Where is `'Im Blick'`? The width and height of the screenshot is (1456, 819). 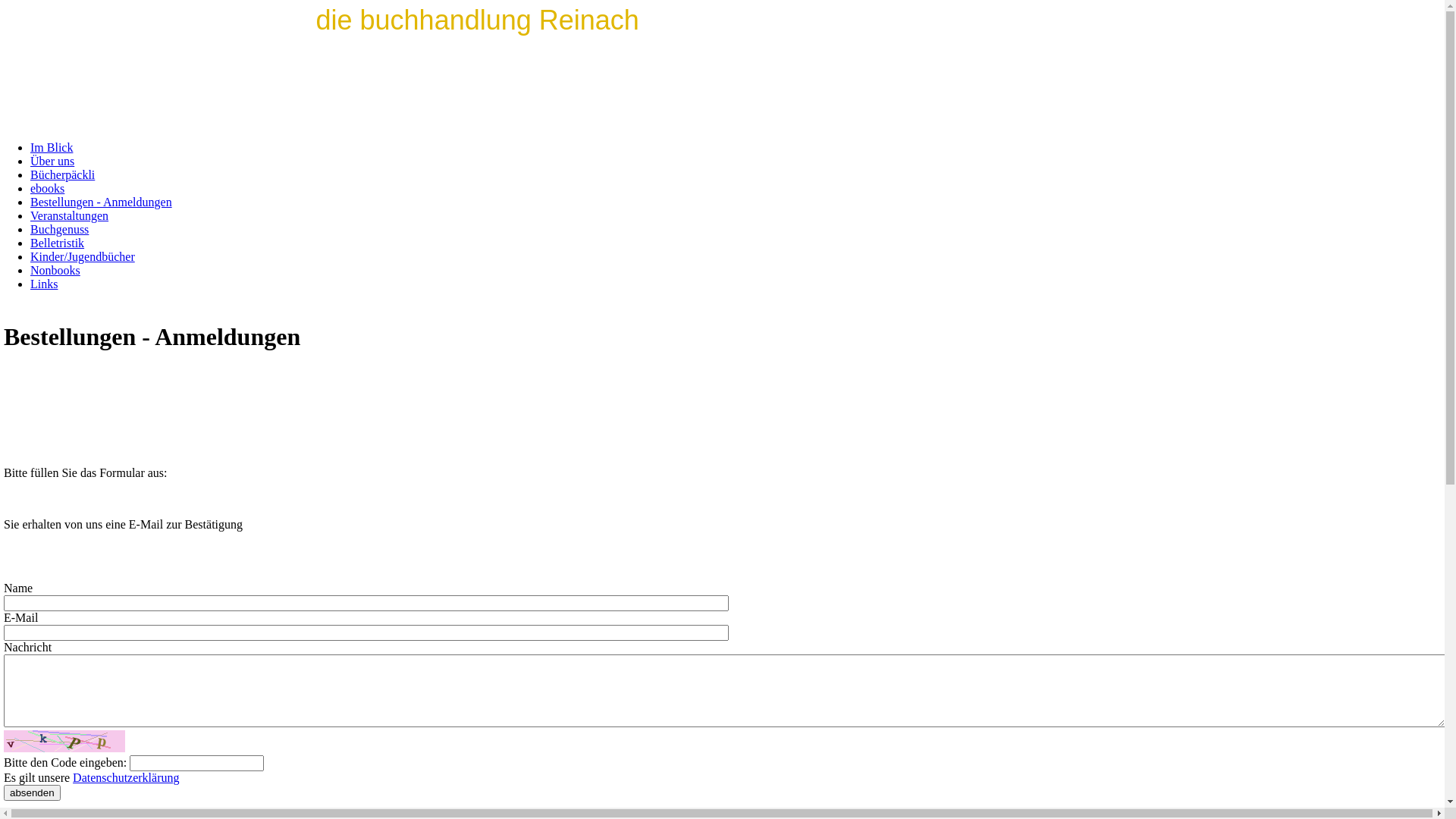
'Im Blick' is located at coordinates (51, 147).